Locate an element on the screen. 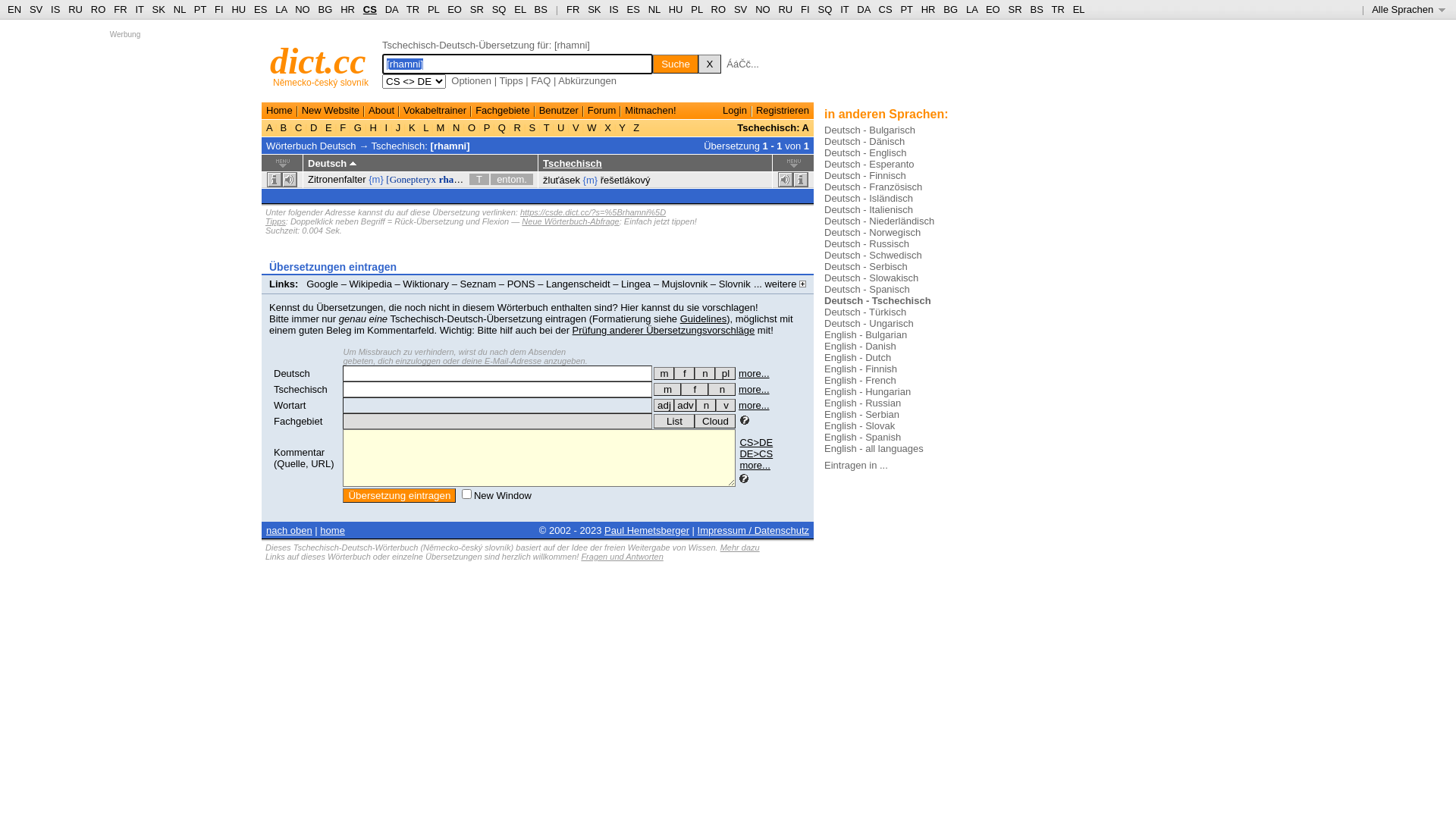 Image resolution: width=1456 pixels, height=819 pixels. 'V' is located at coordinates (568, 127).